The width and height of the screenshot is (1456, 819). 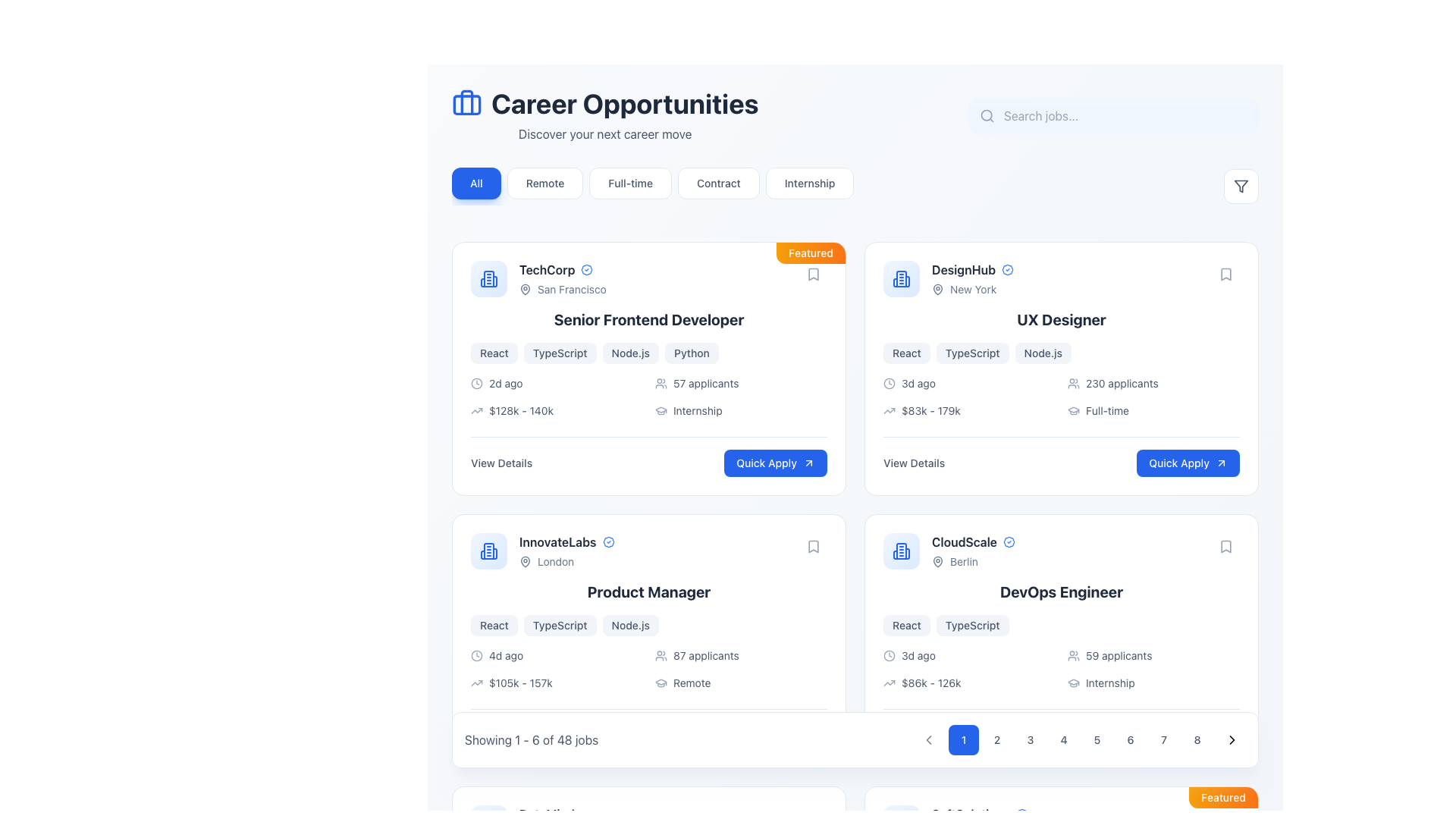 I want to click on status text indicating the range of job listings displayed out of the total available listings located at the bottom left section of the page, so click(x=532, y=739).